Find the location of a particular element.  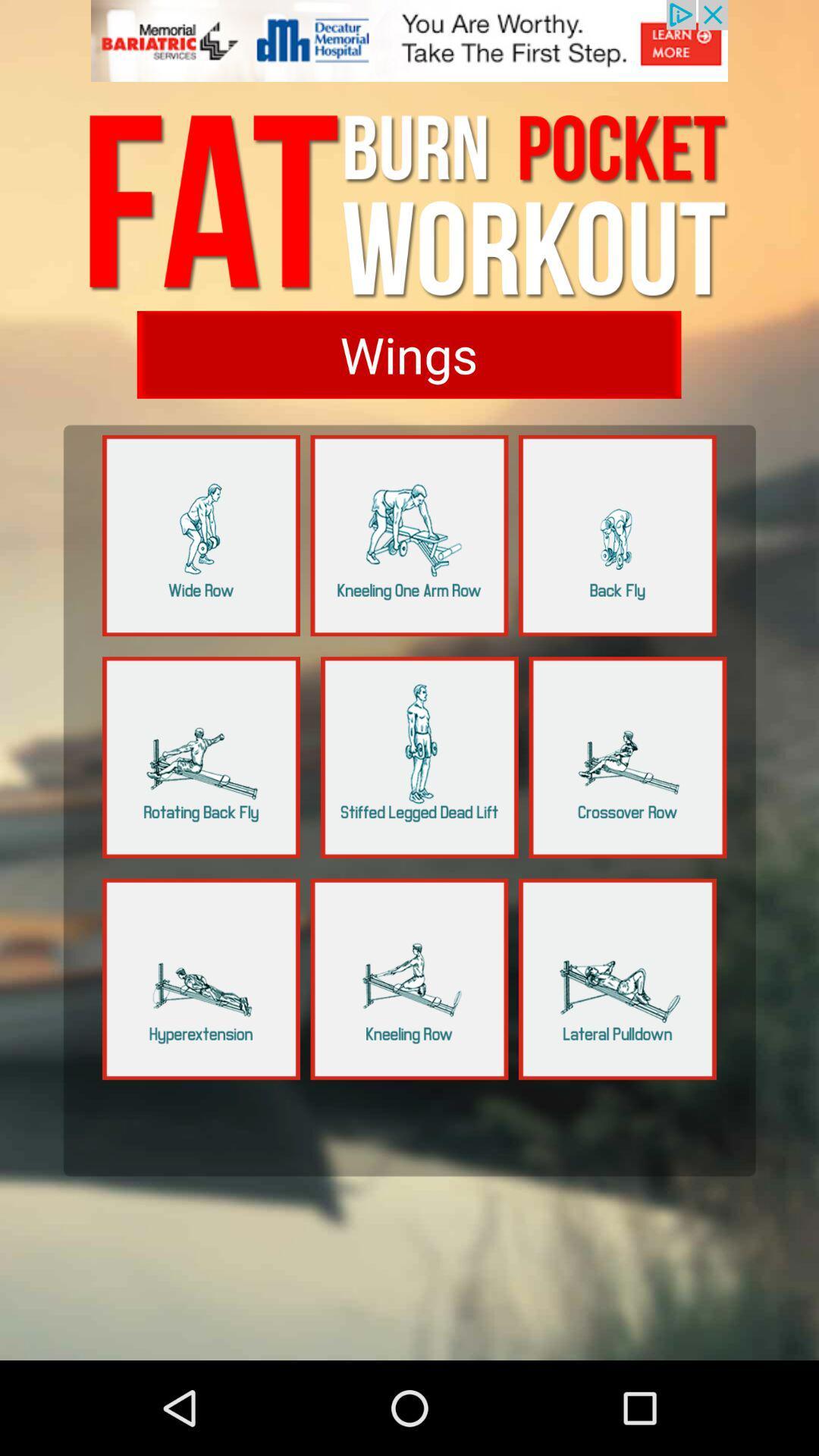

open page is located at coordinates (617, 979).